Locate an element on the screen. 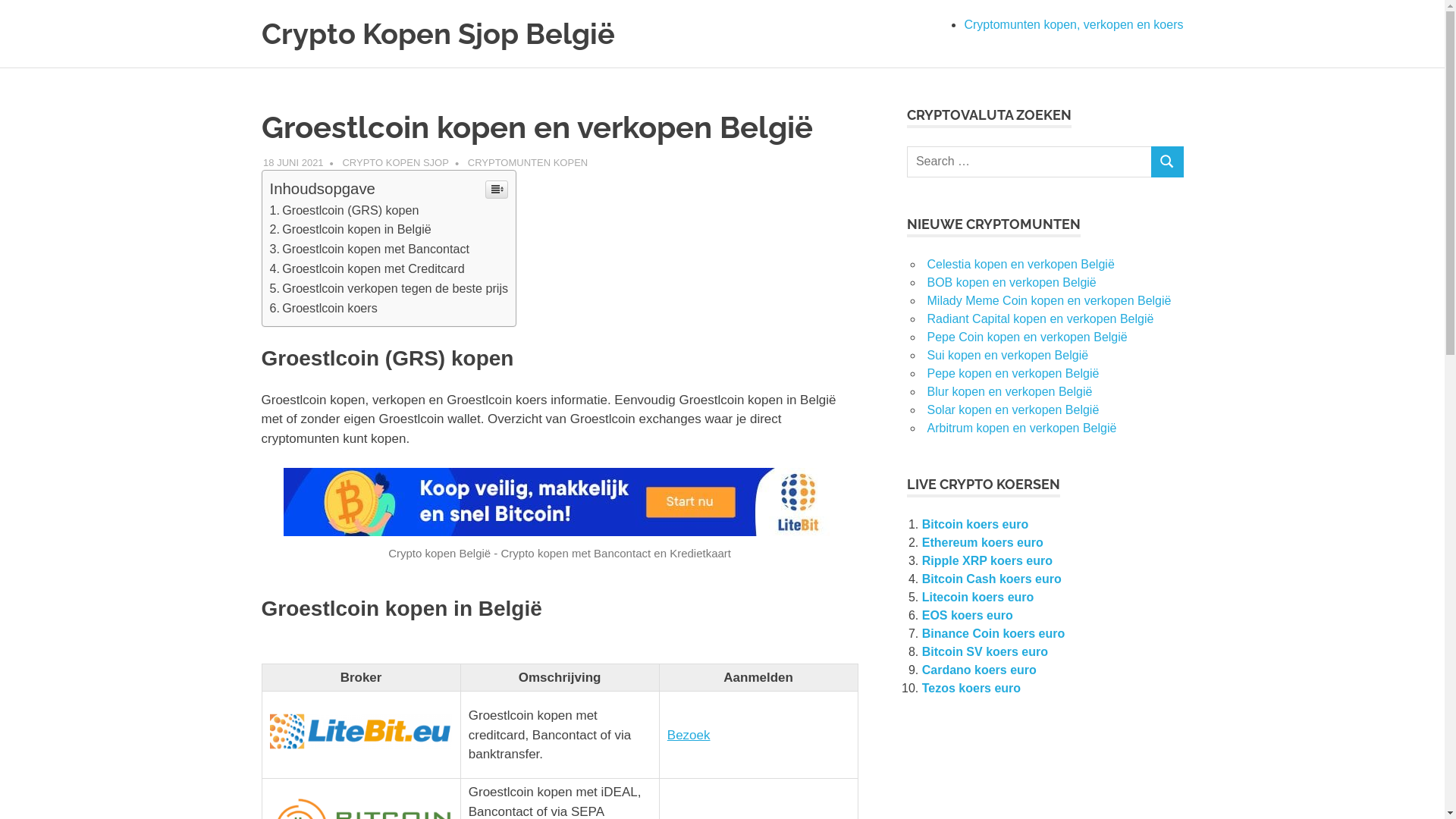 Image resolution: width=1456 pixels, height=819 pixels. 'Ripple XRP koers euro' is located at coordinates (987, 560).